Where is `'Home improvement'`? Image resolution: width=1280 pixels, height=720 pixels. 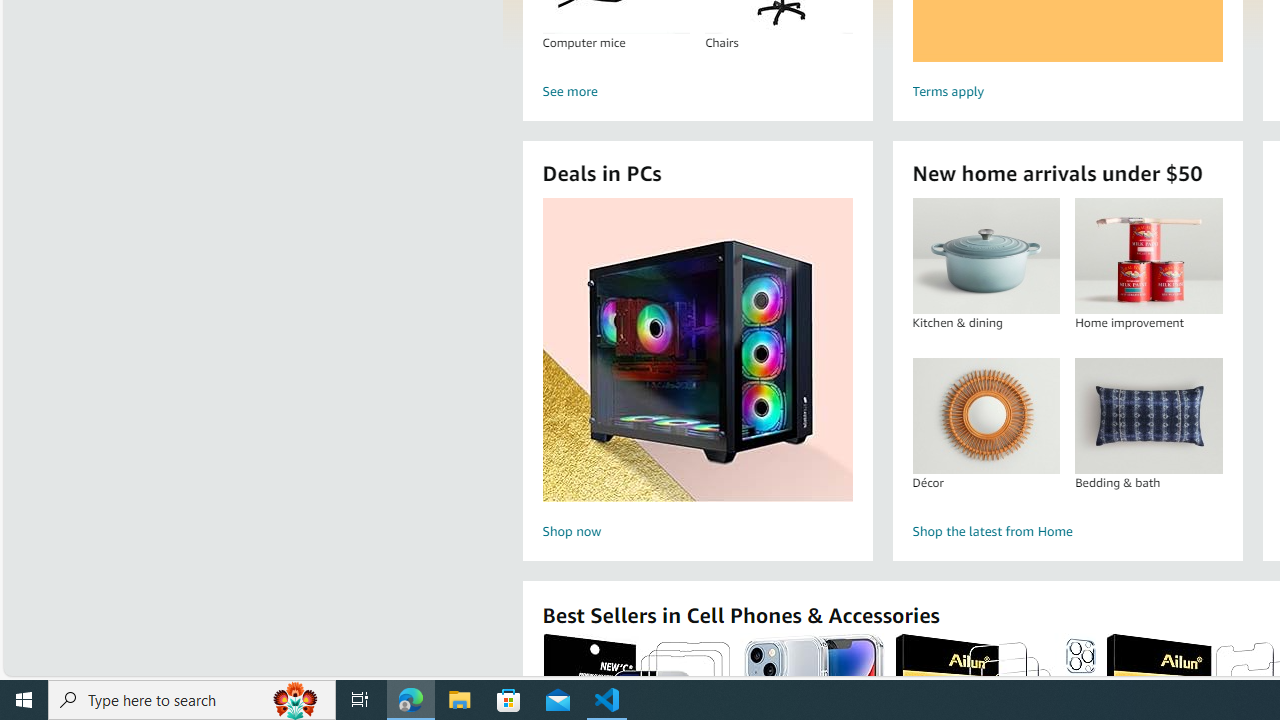
'Home improvement' is located at coordinates (1148, 255).